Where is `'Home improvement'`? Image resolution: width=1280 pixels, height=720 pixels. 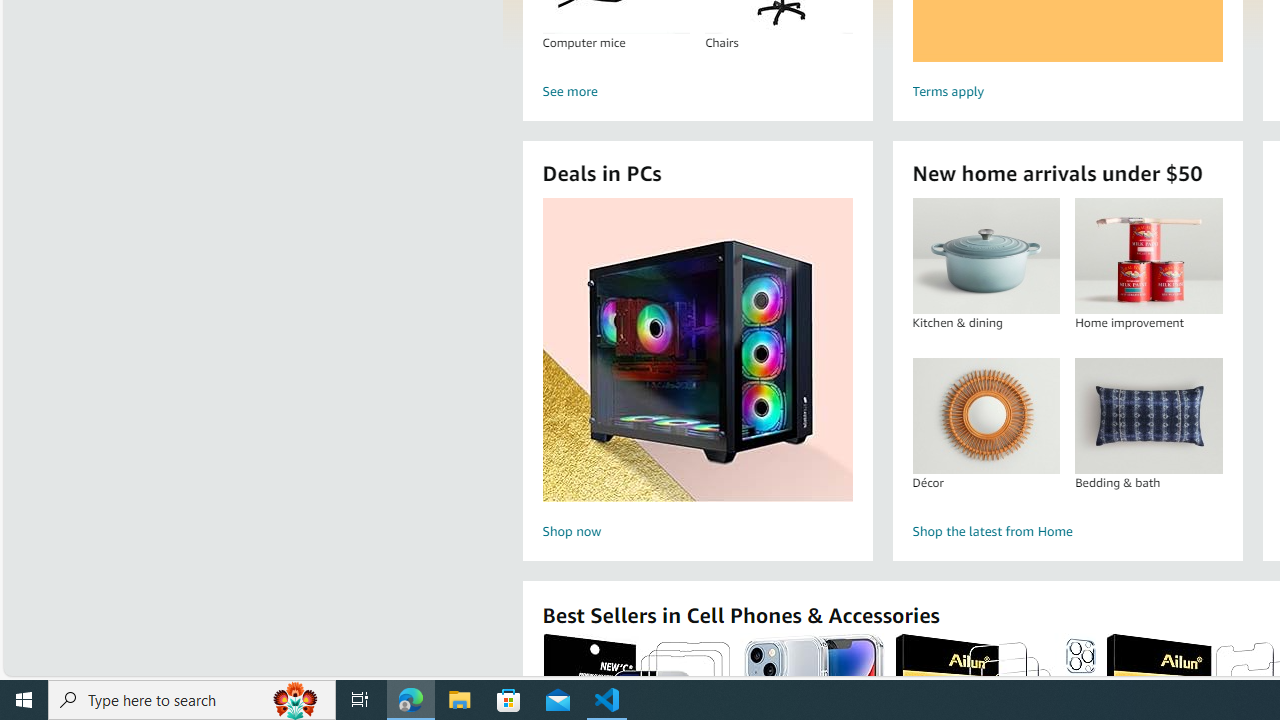
'Home improvement' is located at coordinates (1148, 255).